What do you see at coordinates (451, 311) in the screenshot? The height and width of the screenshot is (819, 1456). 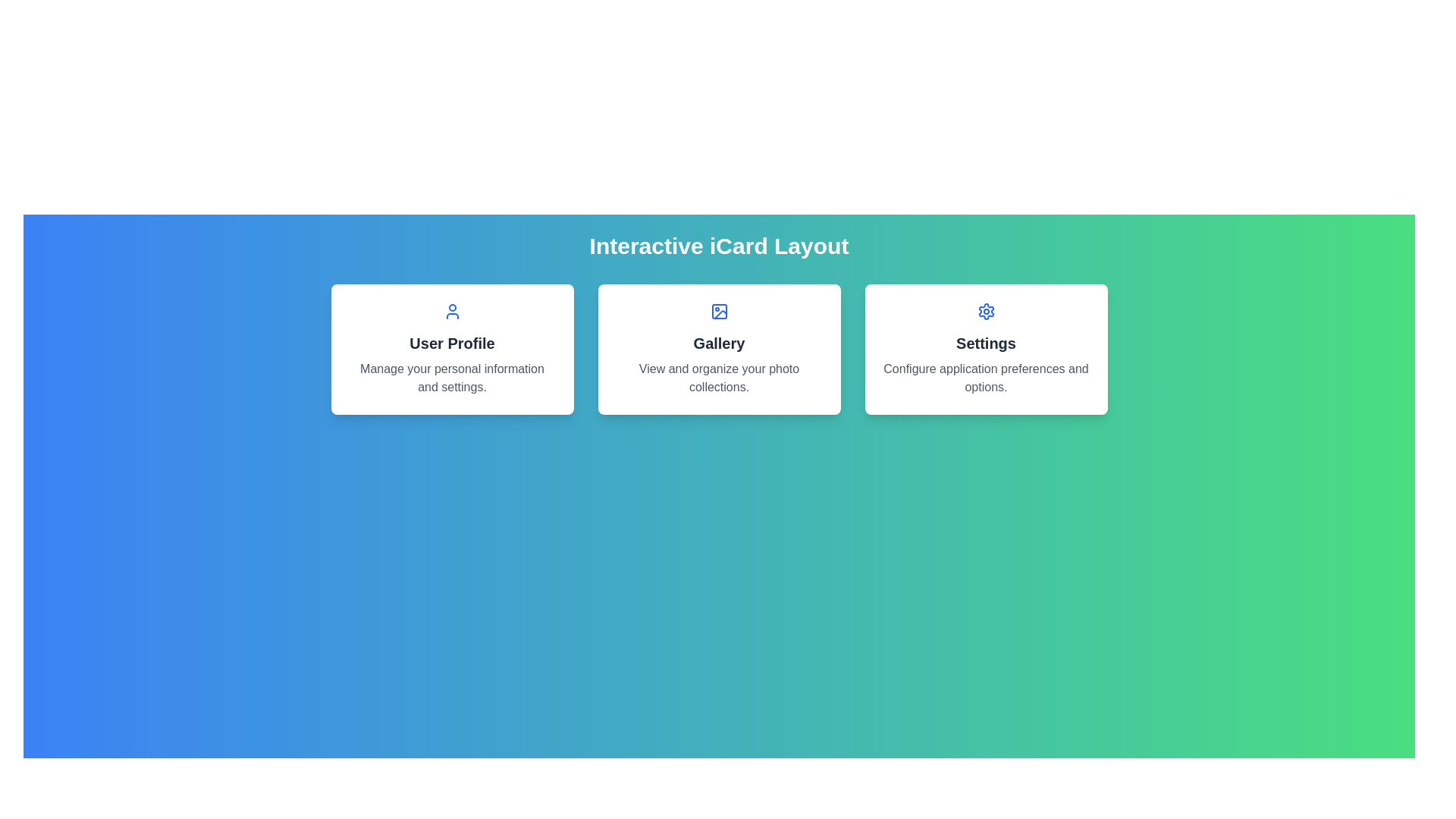 I see `the user icon, which is a stylized outline of a person's head and shoulders in blue stroke color, located in the first card titled 'User Profile' at the top-center of the card` at bounding box center [451, 311].